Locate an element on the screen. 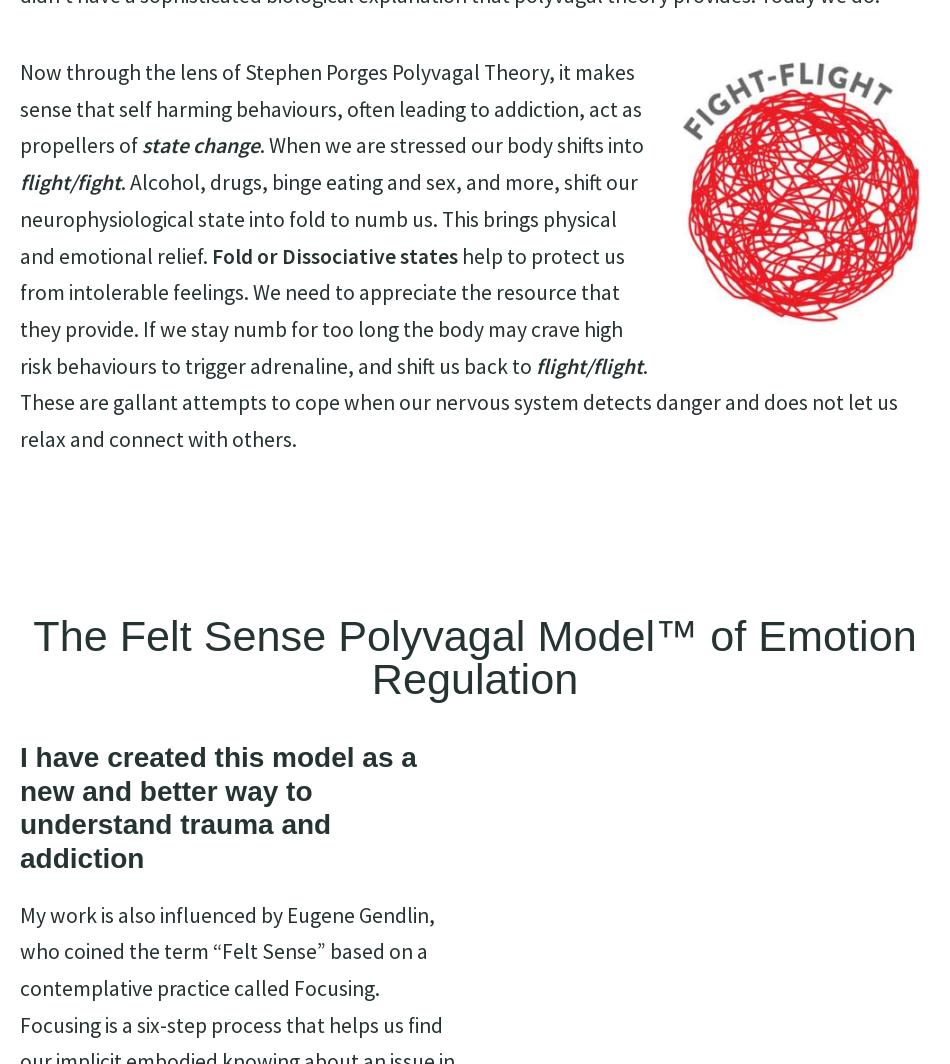 The height and width of the screenshot is (1064, 950). 'The Felt Sense Polyvagal Model™ of Emotion Regulation' is located at coordinates (473, 656).